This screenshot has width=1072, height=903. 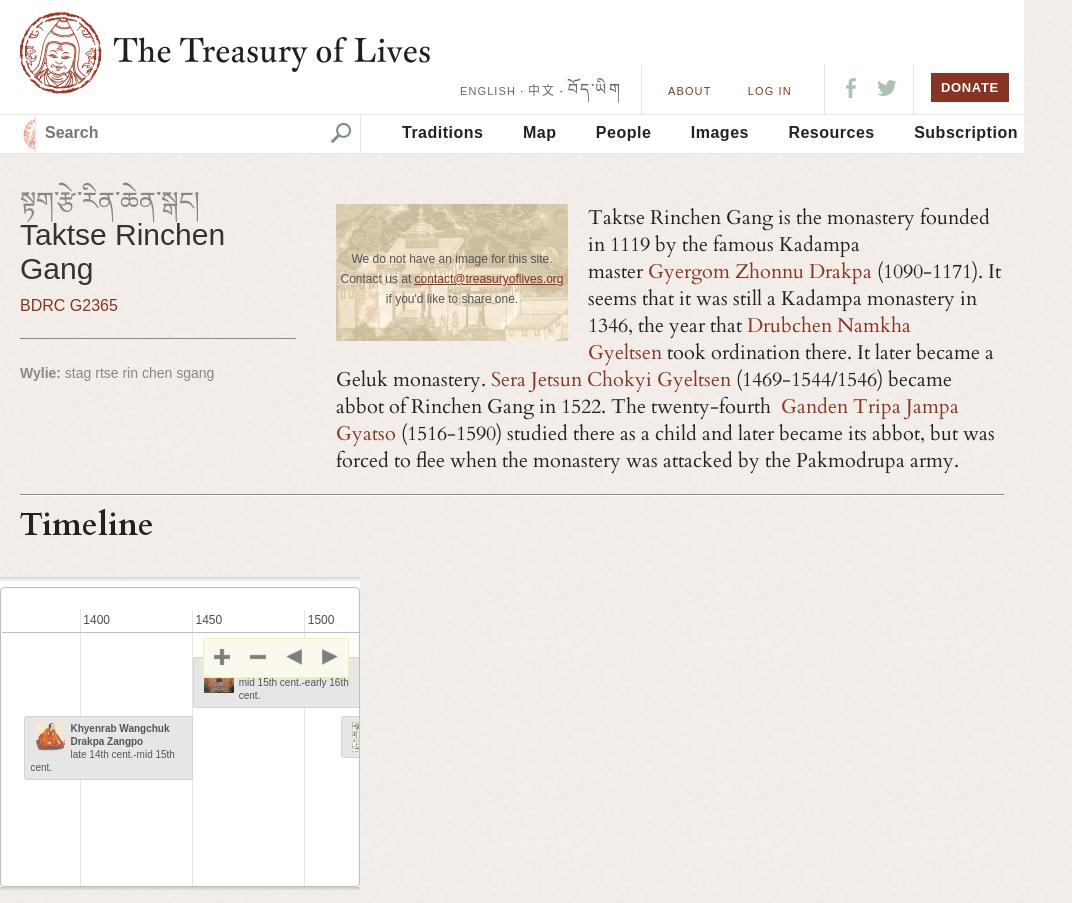 I want to click on 'Drubchen Namkha Gyeltsen', so click(x=749, y=338).